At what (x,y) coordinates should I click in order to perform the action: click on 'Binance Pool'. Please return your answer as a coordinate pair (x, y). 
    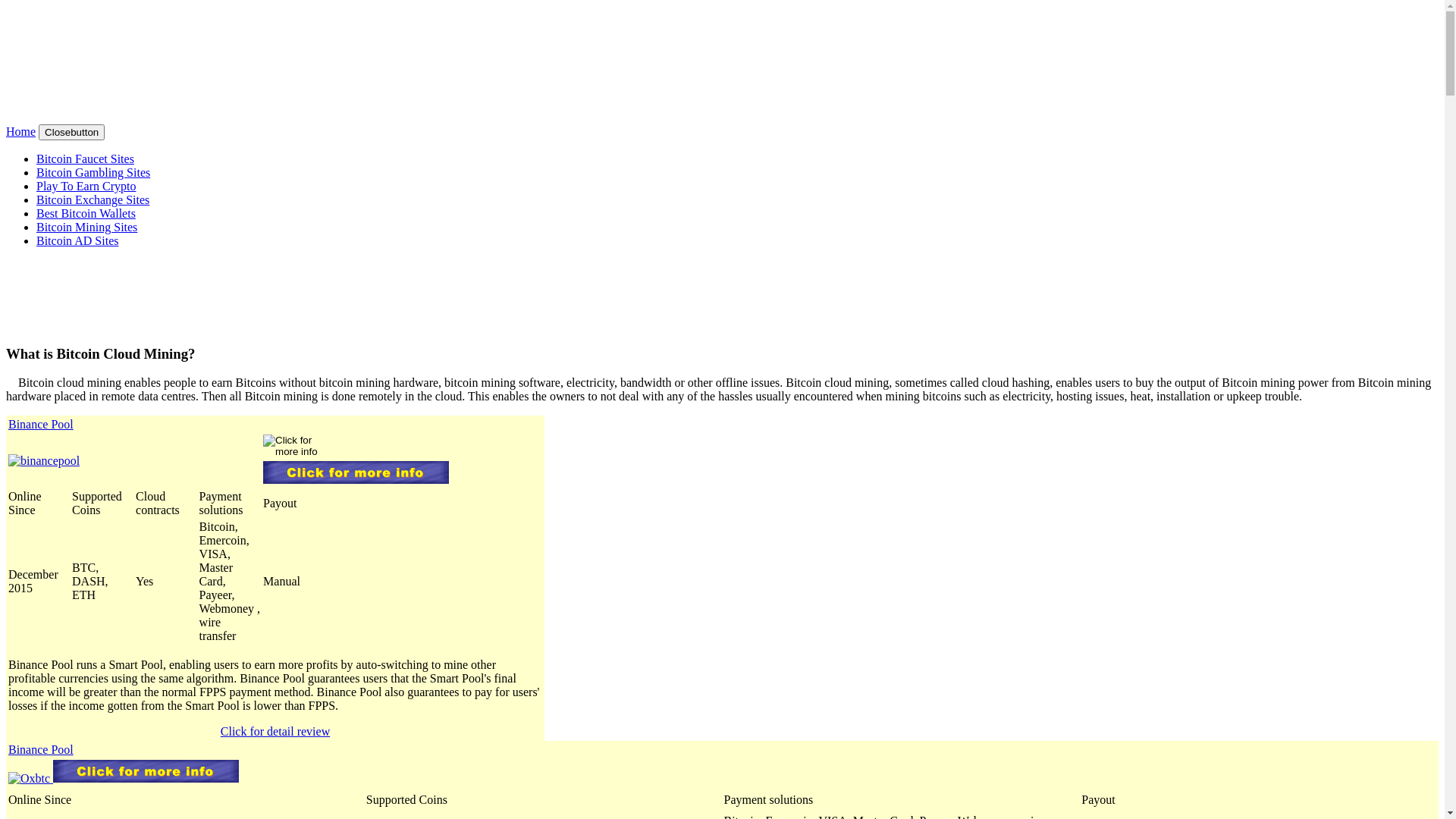
    Looking at the image, I should click on (8, 748).